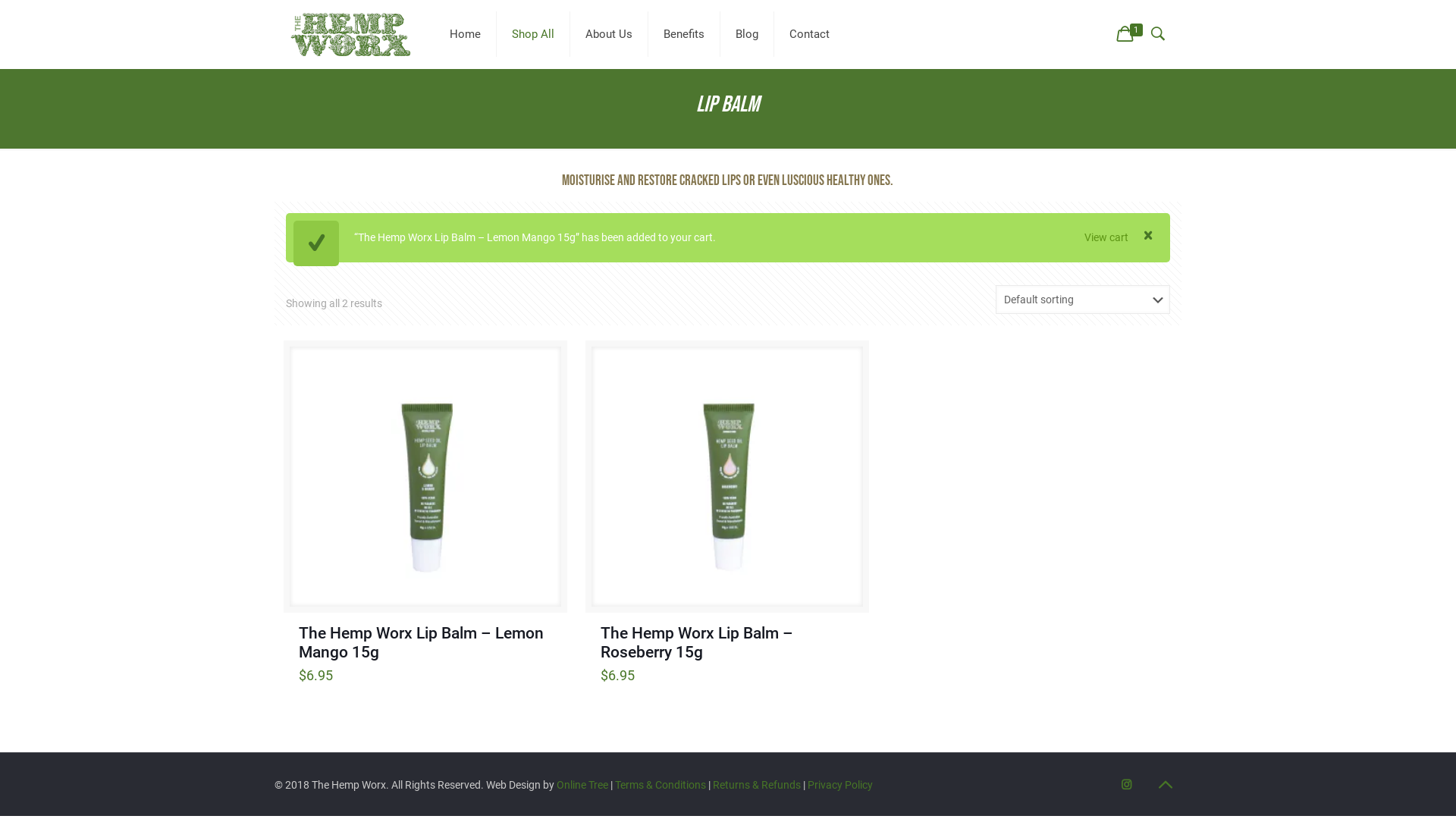  Describe the element at coordinates (533, 34) in the screenshot. I see `'Shop All'` at that location.